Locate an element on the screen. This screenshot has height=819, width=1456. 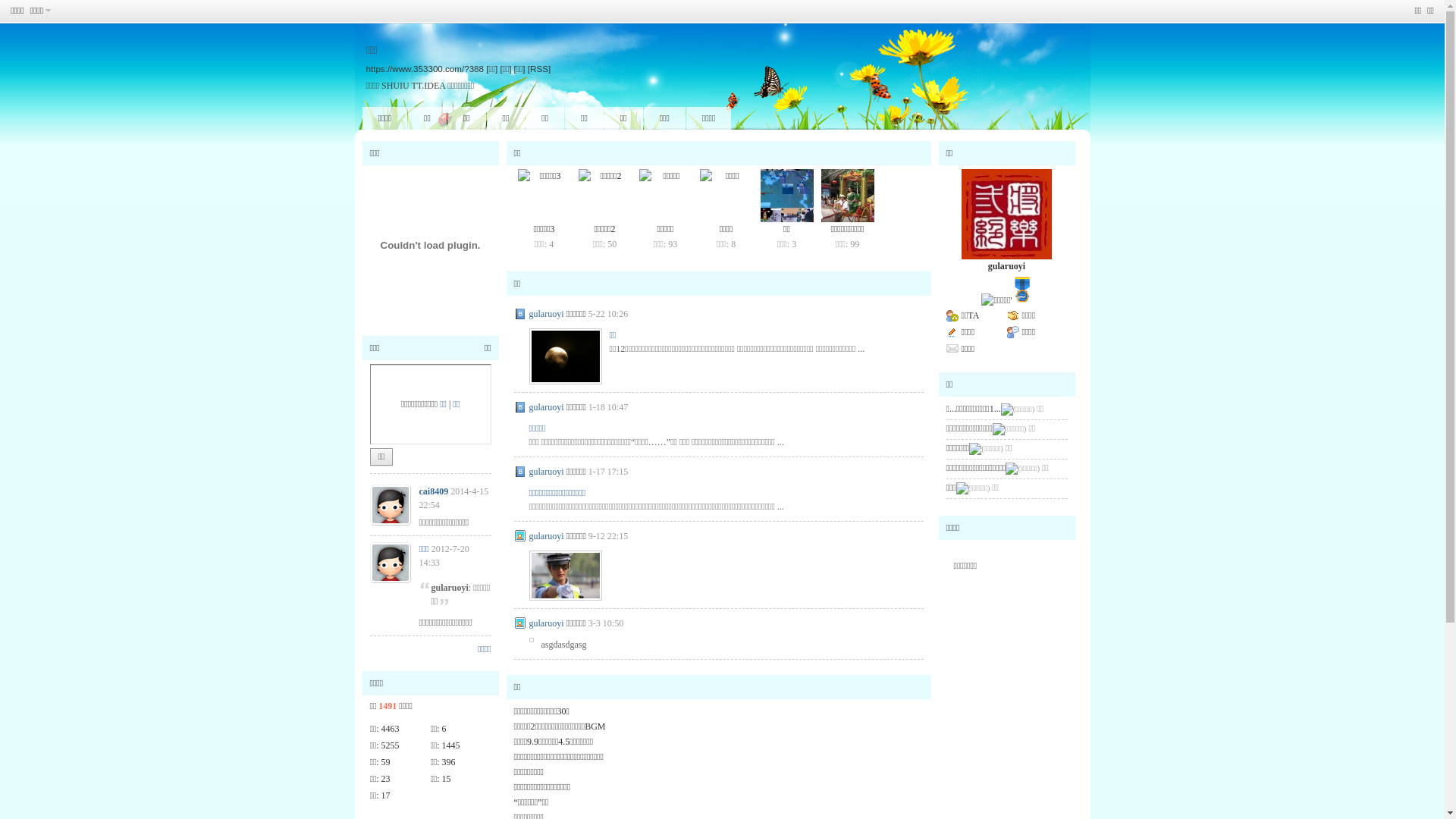
'6' is located at coordinates (441, 727).